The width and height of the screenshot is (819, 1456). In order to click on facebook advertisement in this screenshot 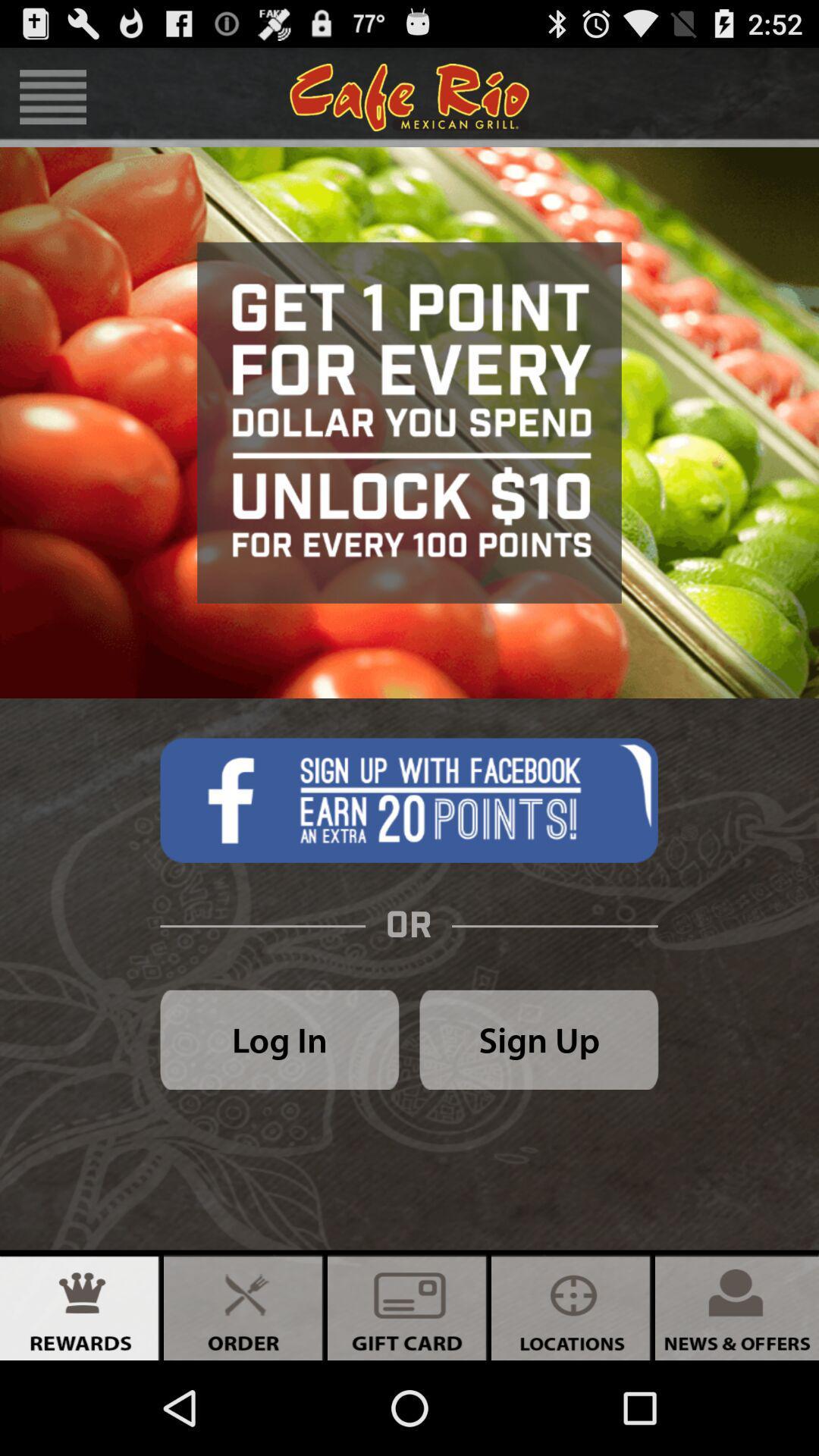, I will do `click(408, 799)`.